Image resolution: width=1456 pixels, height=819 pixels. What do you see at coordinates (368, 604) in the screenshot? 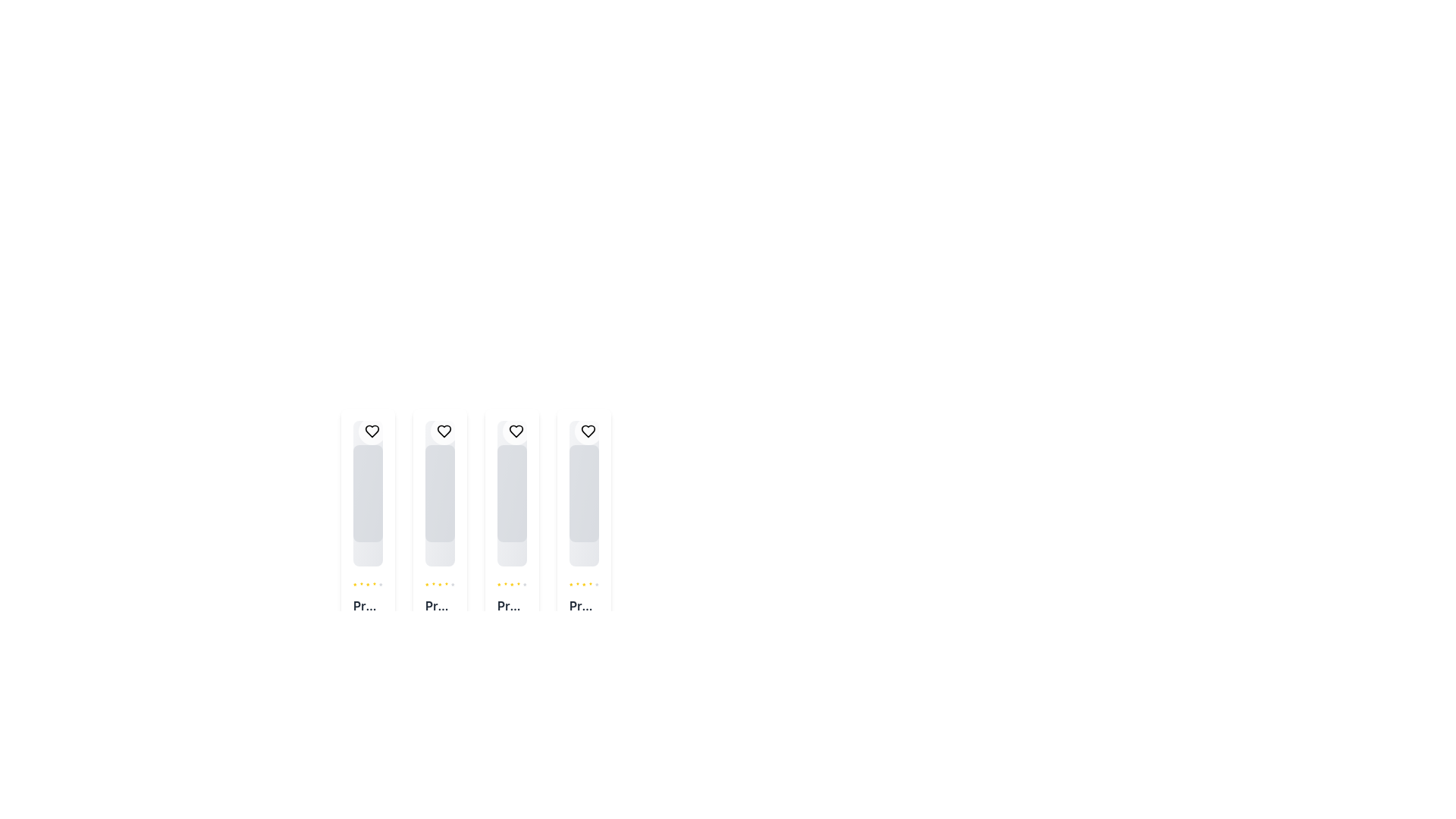
I see `text label displaying 'Product Name' in bold, dark gray font located within the first product card of a horizontally arranged list` at bounding box center [368, 604].